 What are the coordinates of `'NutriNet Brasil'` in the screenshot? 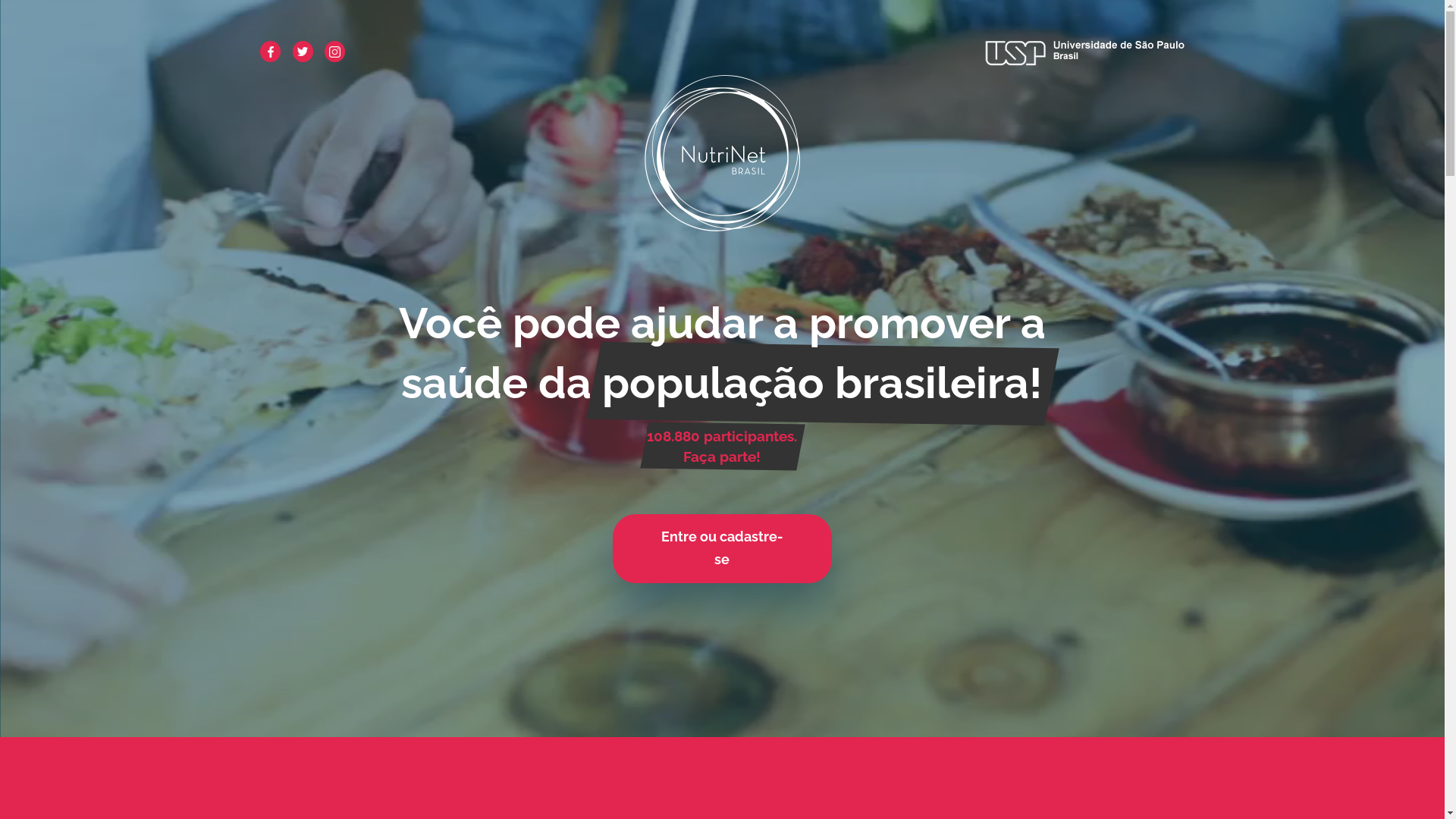 It's located at (721, 152).